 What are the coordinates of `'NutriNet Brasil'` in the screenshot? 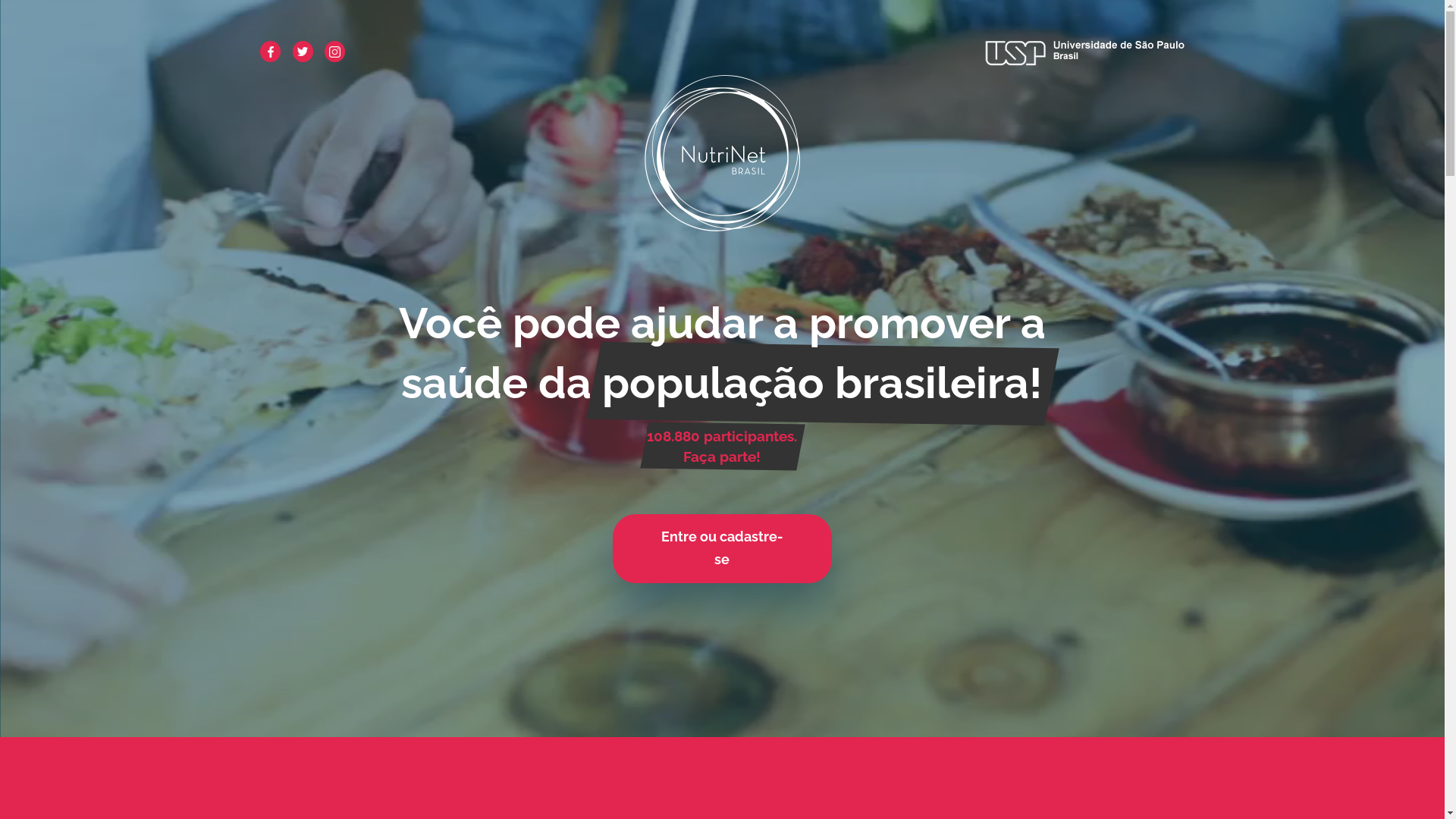 It's located at (721, 152).